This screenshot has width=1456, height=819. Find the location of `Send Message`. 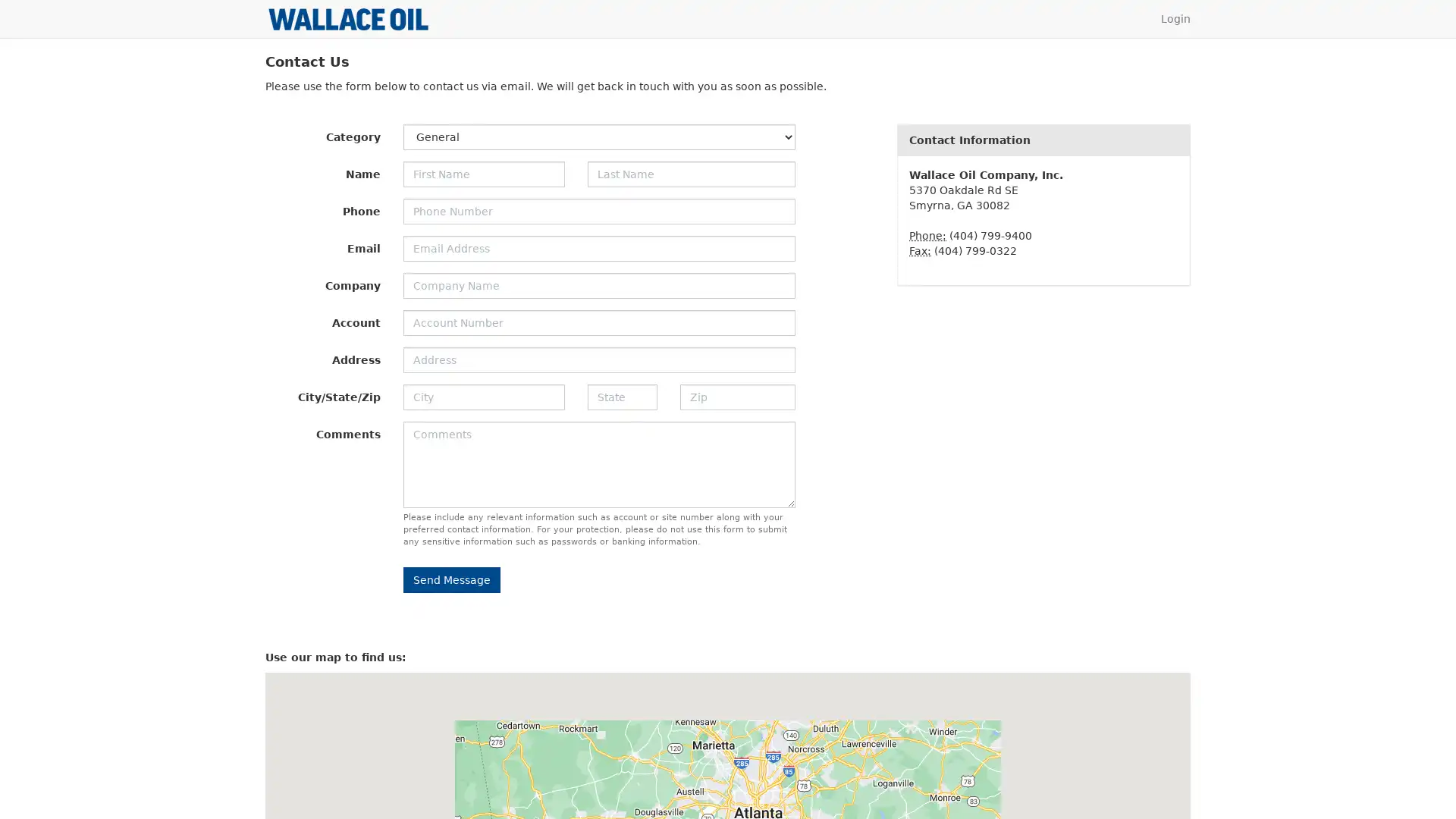

Send Message is located at coordinates (450, 579).